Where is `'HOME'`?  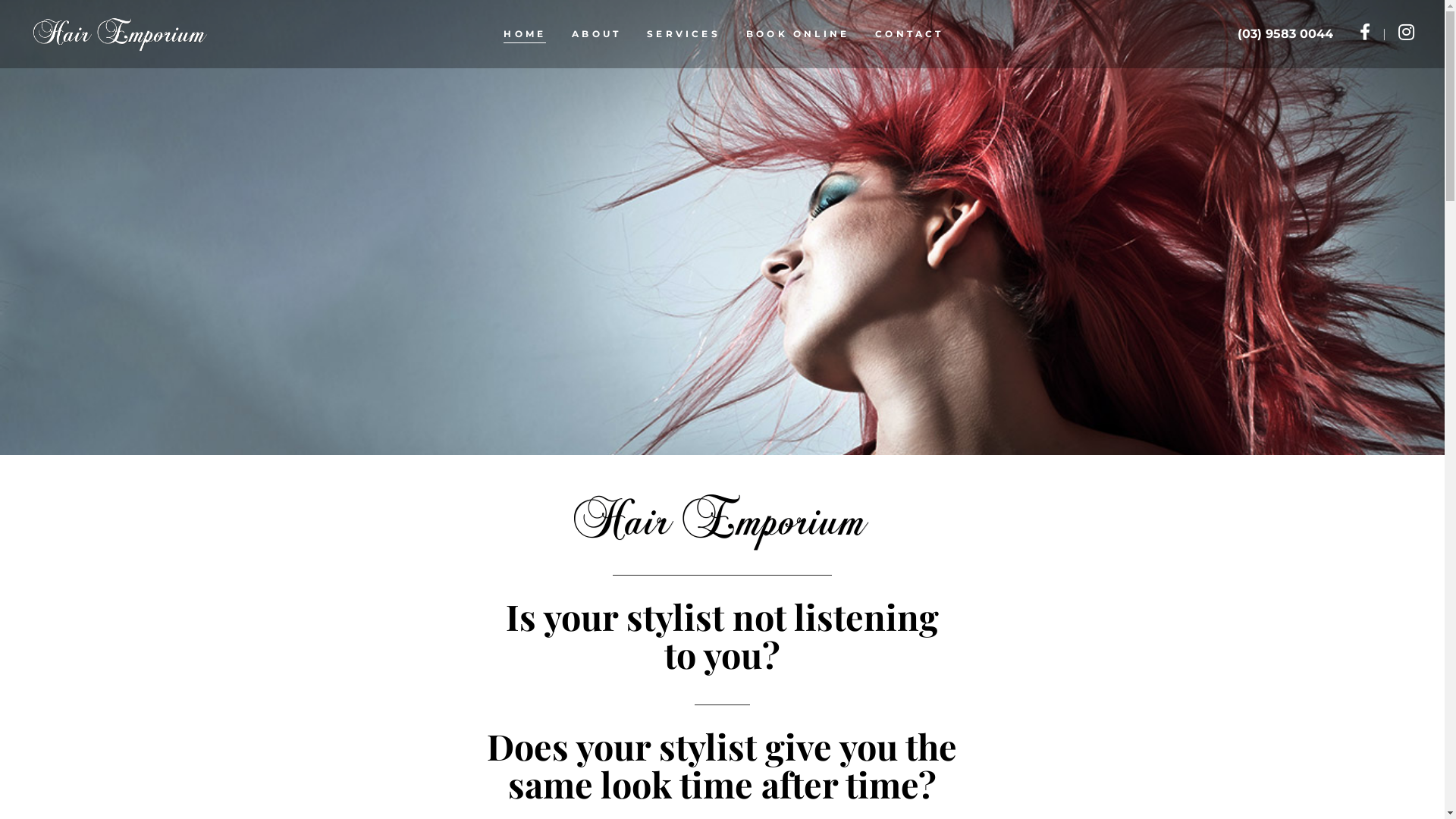 'HOME' is located at coordinates (524, 34).